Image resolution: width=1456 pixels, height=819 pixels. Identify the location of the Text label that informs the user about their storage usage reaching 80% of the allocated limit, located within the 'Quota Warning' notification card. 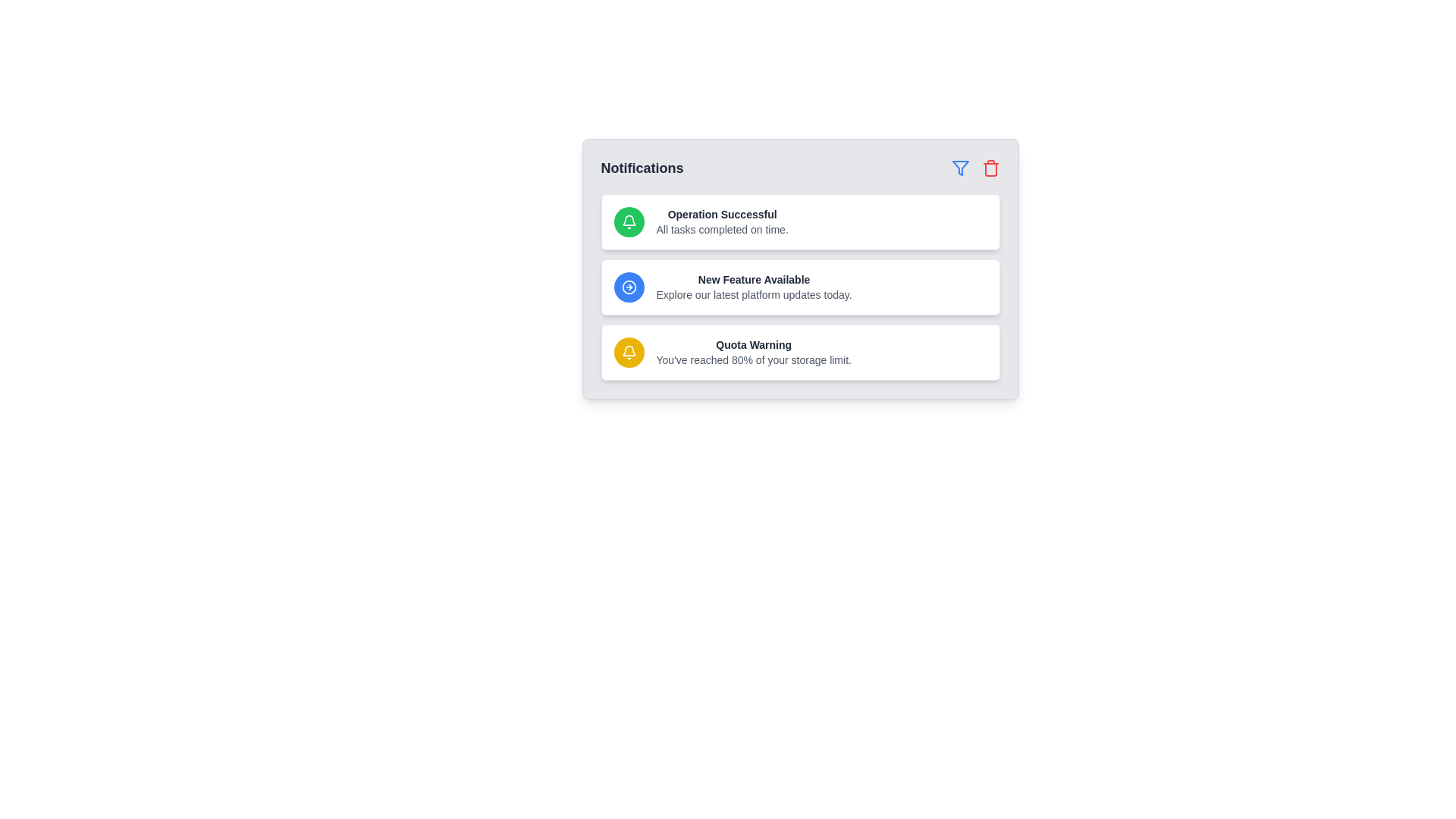
(754, 359).